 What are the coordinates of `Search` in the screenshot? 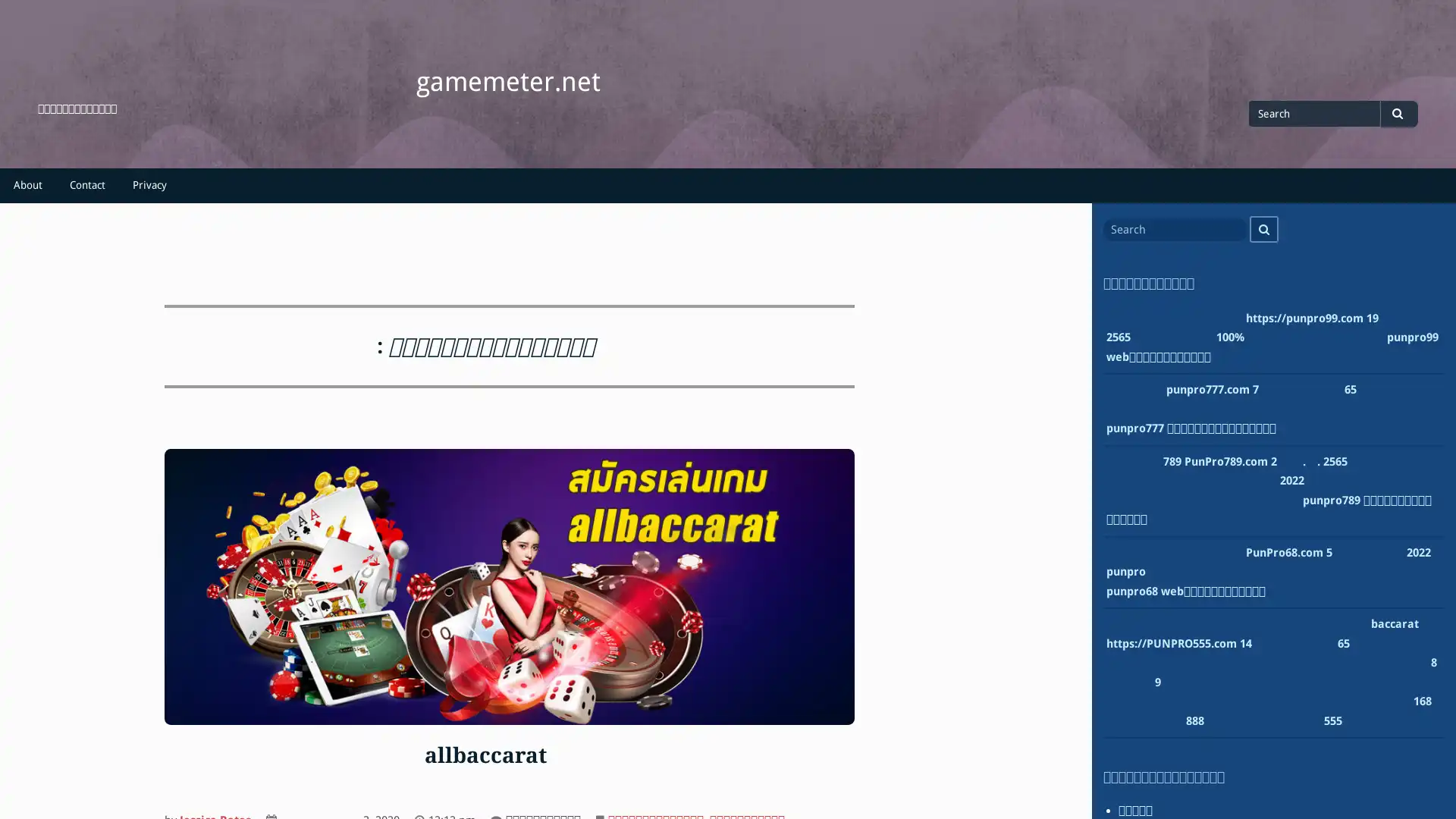 It's located at (1263, 228).